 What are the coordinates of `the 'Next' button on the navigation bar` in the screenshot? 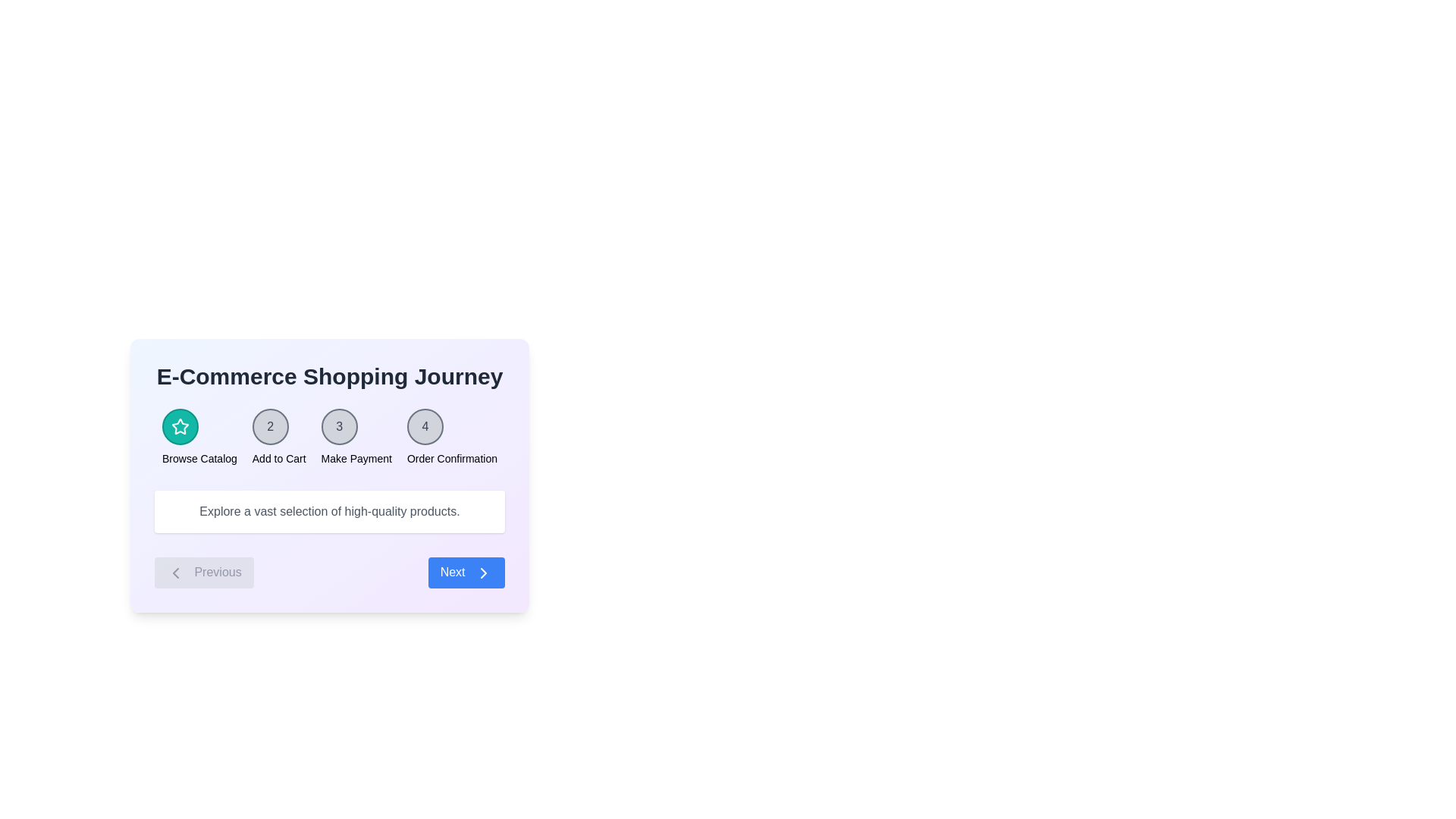 It's located at (329, 573).